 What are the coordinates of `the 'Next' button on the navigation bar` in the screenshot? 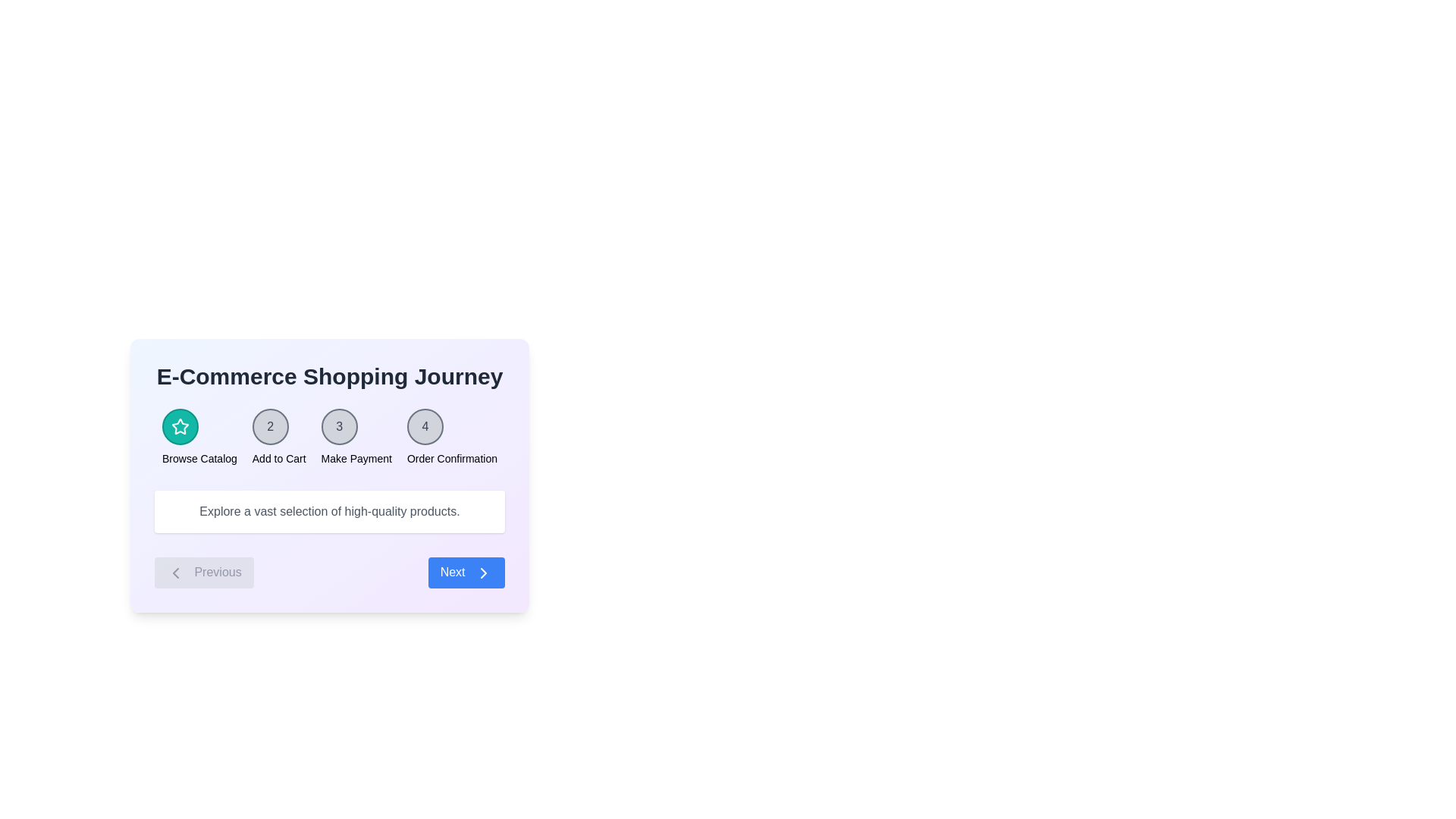 It's located at (329, 573).